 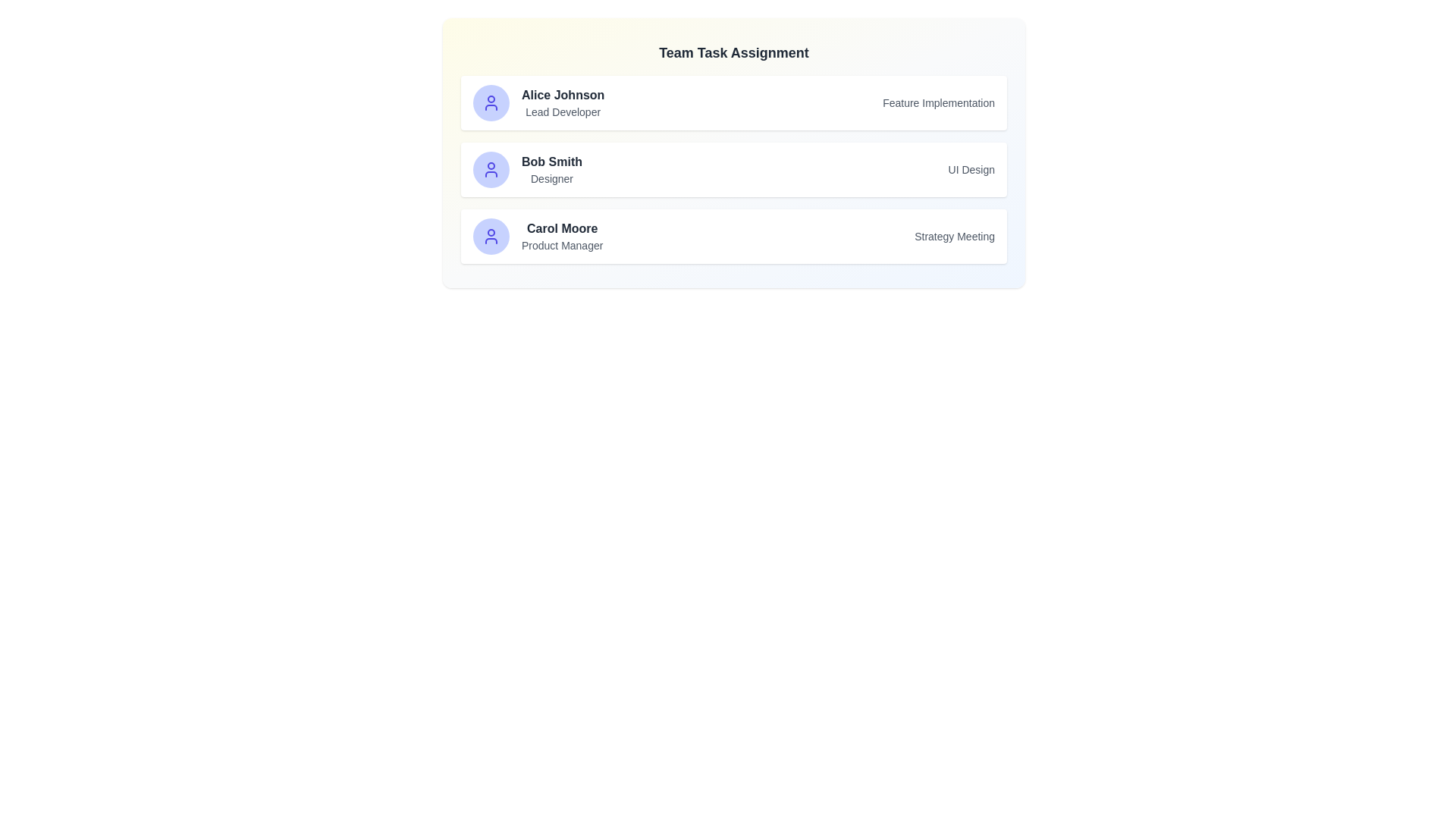 What do you see at coordinates (491, 102) in the screenshot?
I see `the avatar icon representing 'Alice Johnson' in the team member list, which is located to the left of the text block displaying the name` at bounding box center [491, 102].